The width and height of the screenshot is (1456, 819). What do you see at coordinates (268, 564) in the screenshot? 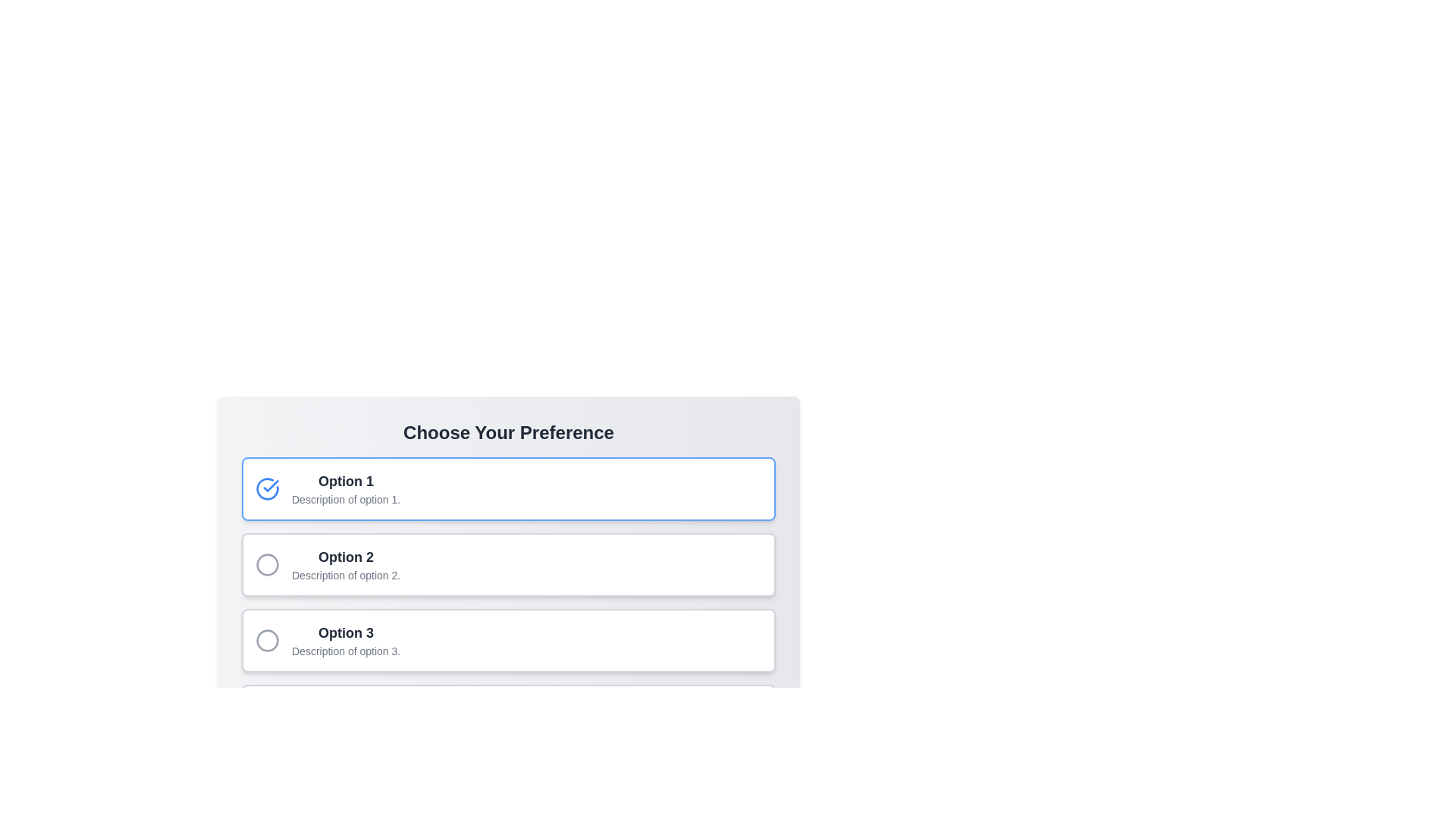
I see `the circular radio button indicator for 'Option 2'` at bounding box center [268, 564].